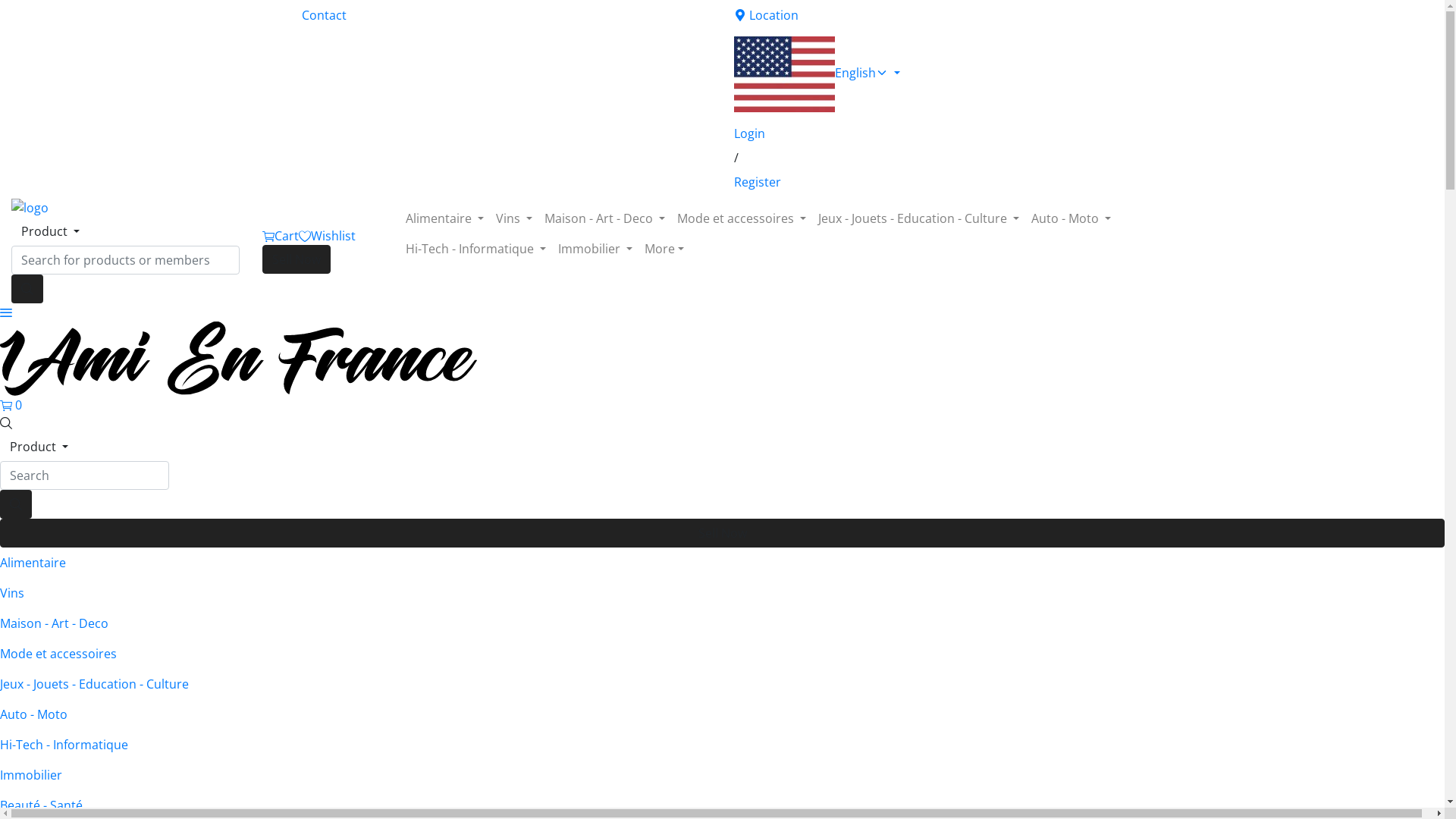 The width and height of the screenshot is (1456, 819). What do you see at coordinates (604, 218) in the screenshot?
I see `'Maison - Art - Deco'` at bounding box center [604, 218].